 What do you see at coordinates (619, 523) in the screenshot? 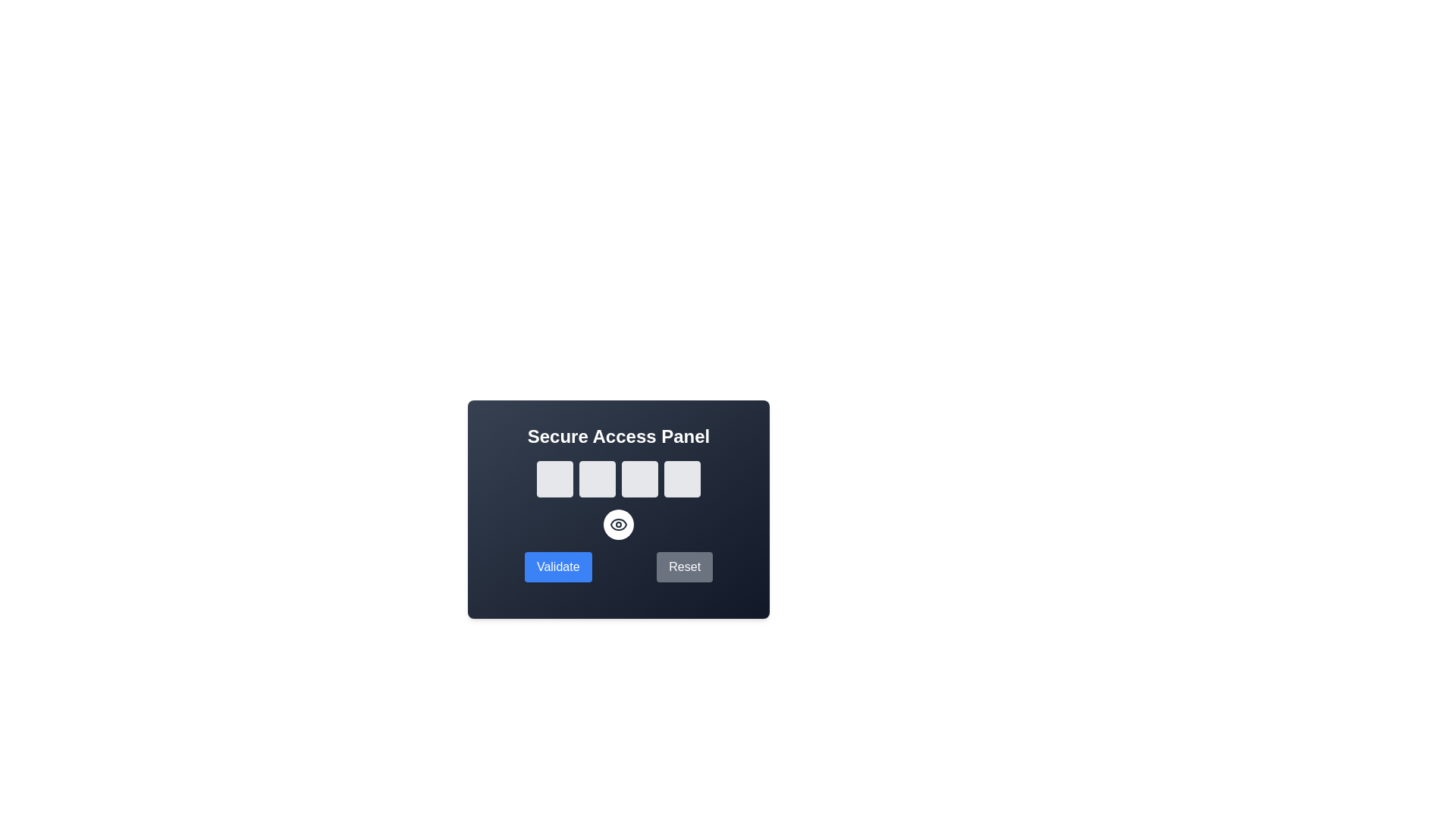
I see `the icon button located beneath the 'Secure Access Panel' input fields` at bounding box center [619, 523].